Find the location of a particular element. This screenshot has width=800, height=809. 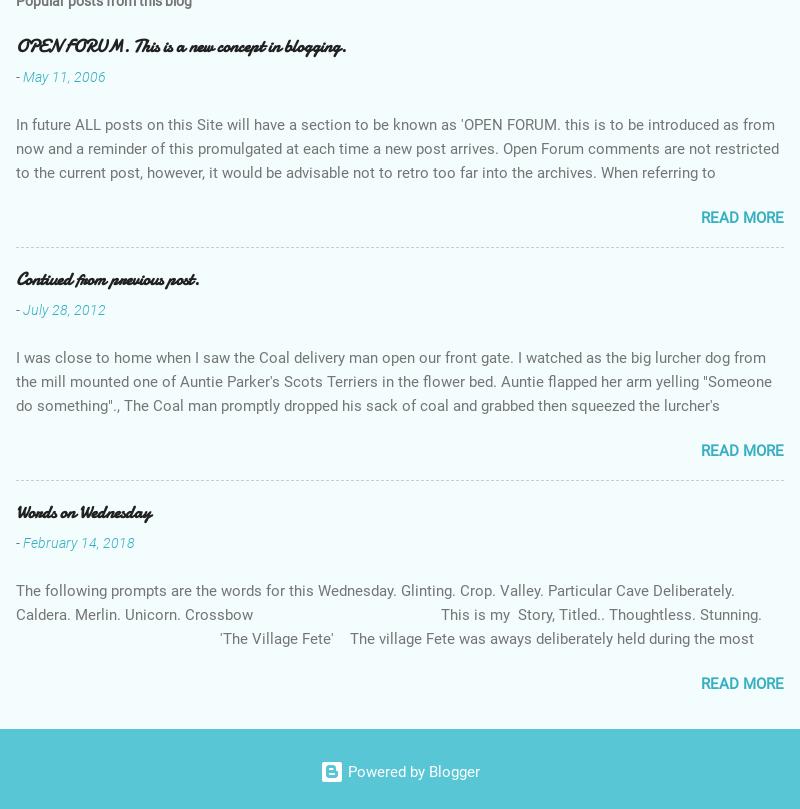

'February 14, 2018' is located at coordinates (79, 542).